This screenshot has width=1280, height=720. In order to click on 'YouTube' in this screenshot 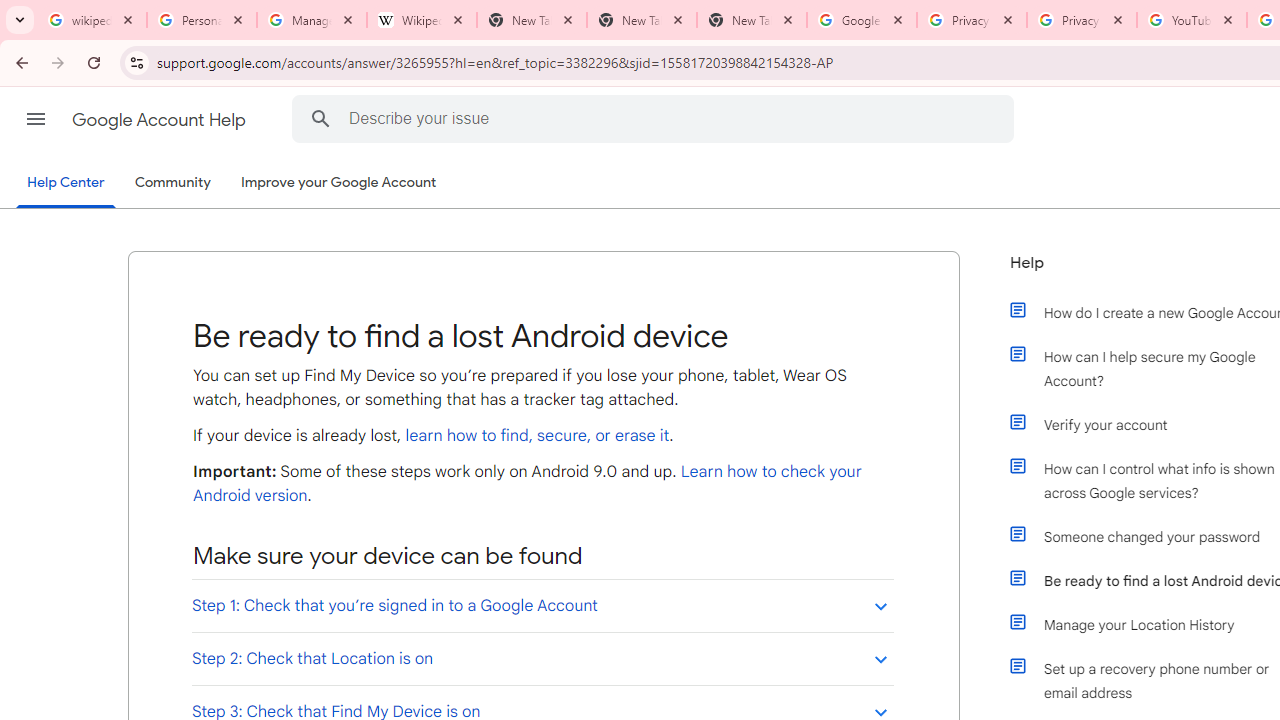, I will do `click(1191, 20)`.